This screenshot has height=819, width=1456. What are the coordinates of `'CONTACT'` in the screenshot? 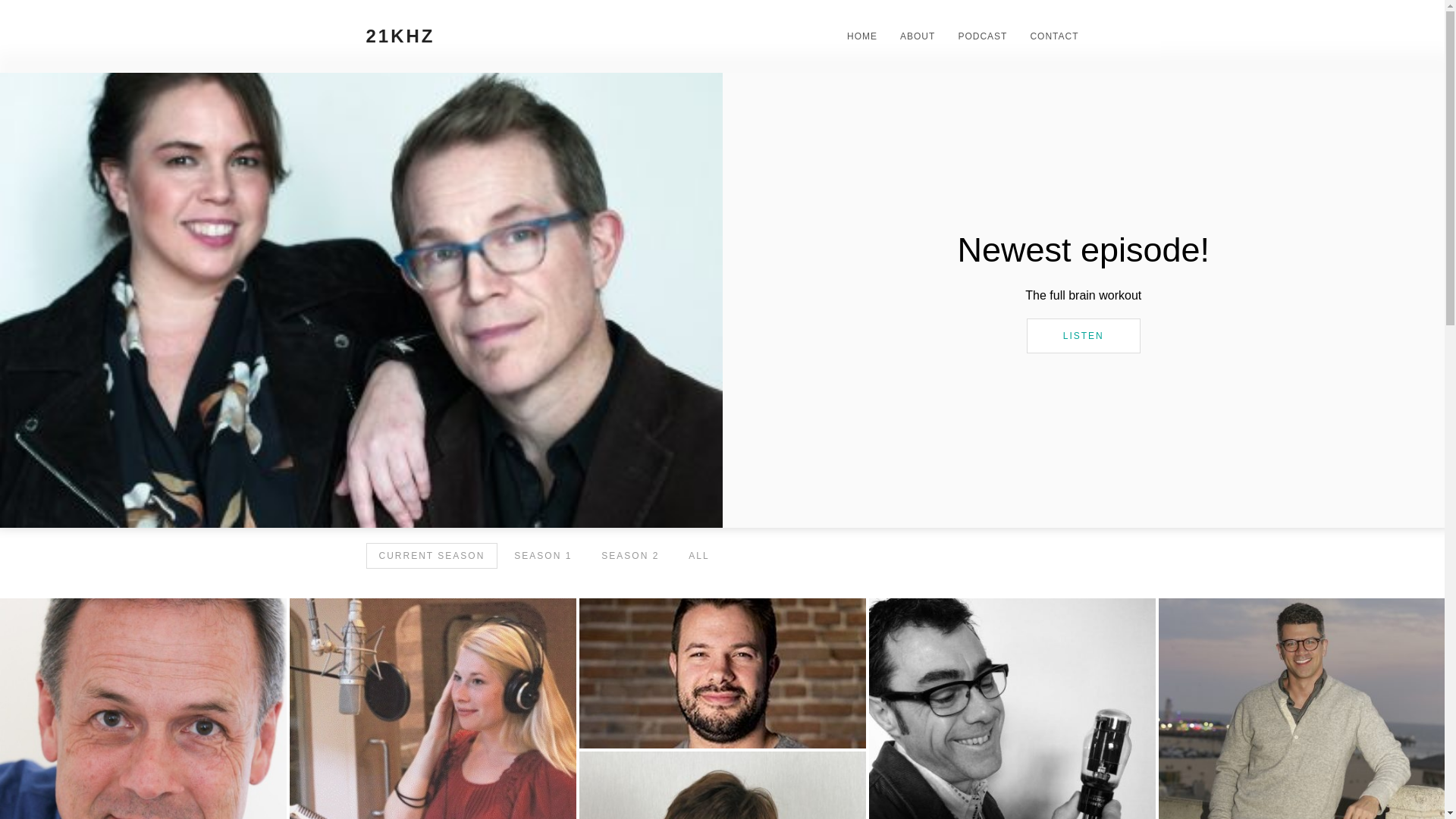 It's located at (1047, 35).